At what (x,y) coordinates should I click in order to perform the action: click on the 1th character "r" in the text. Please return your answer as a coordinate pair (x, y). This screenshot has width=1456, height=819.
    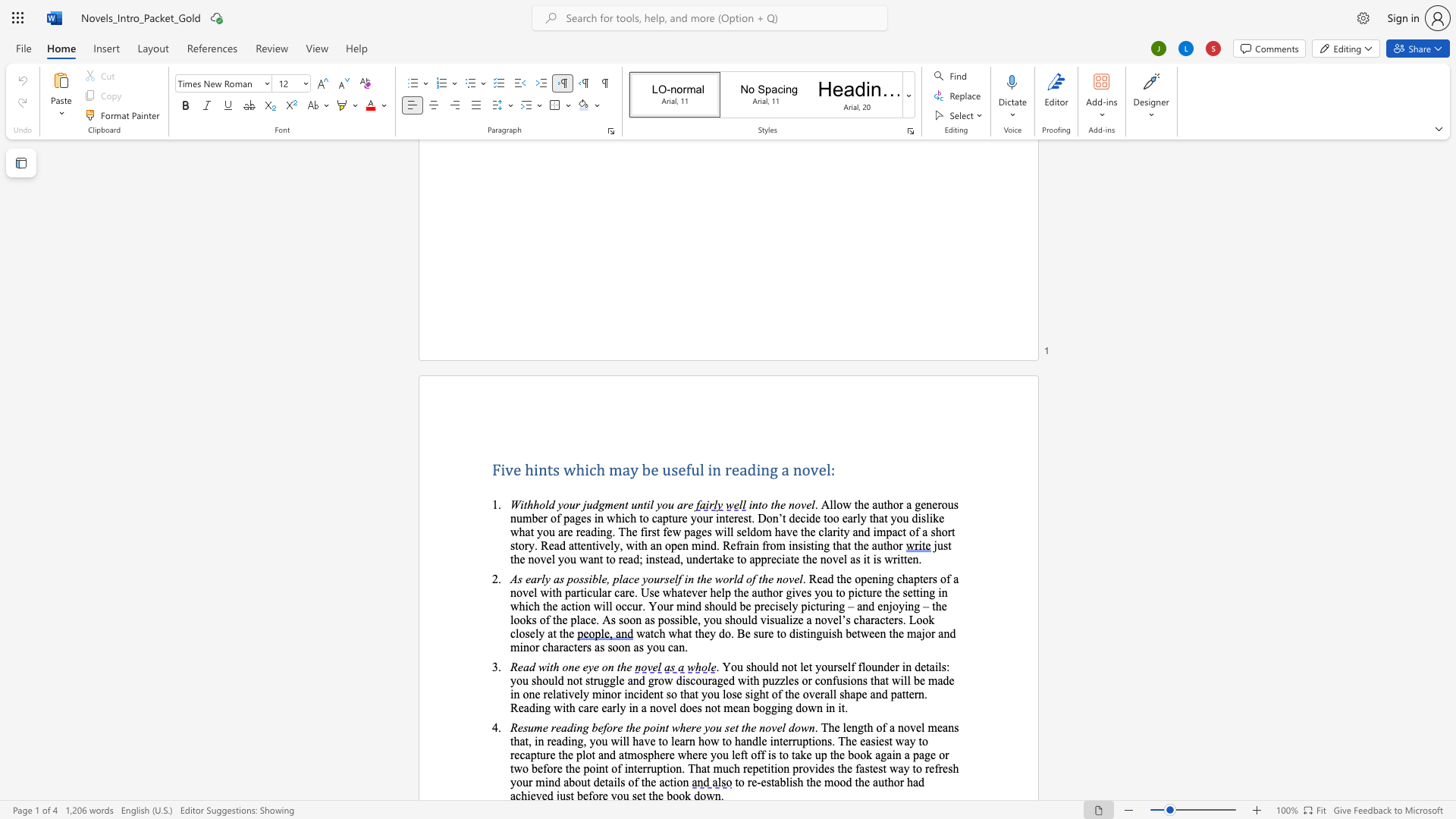
    Looking at the image, I should click on (728, 469).